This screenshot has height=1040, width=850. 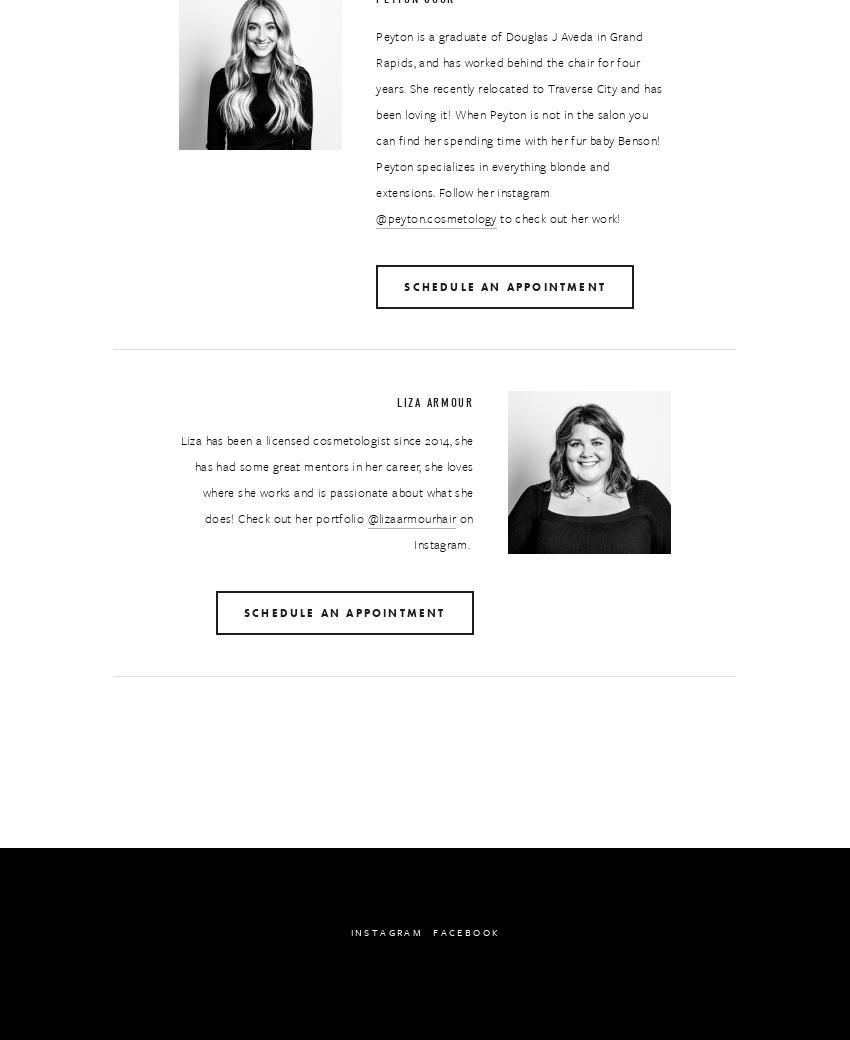 I want to click on 'to check out her work!', so click(x=558, y=217).